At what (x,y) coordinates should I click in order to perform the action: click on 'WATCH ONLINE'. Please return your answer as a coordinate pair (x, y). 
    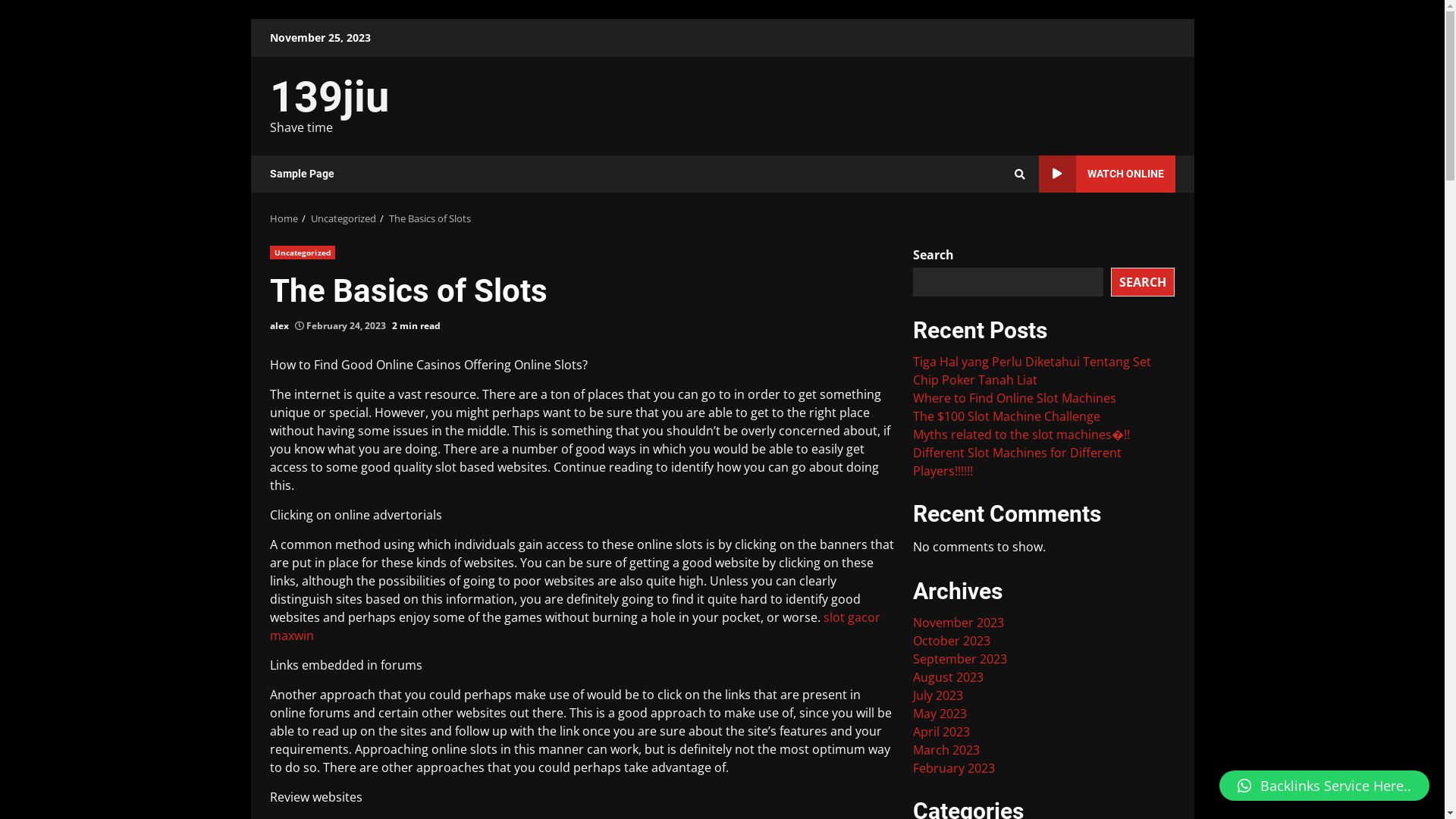
    Looking at the image, I should click on (1106, 173).